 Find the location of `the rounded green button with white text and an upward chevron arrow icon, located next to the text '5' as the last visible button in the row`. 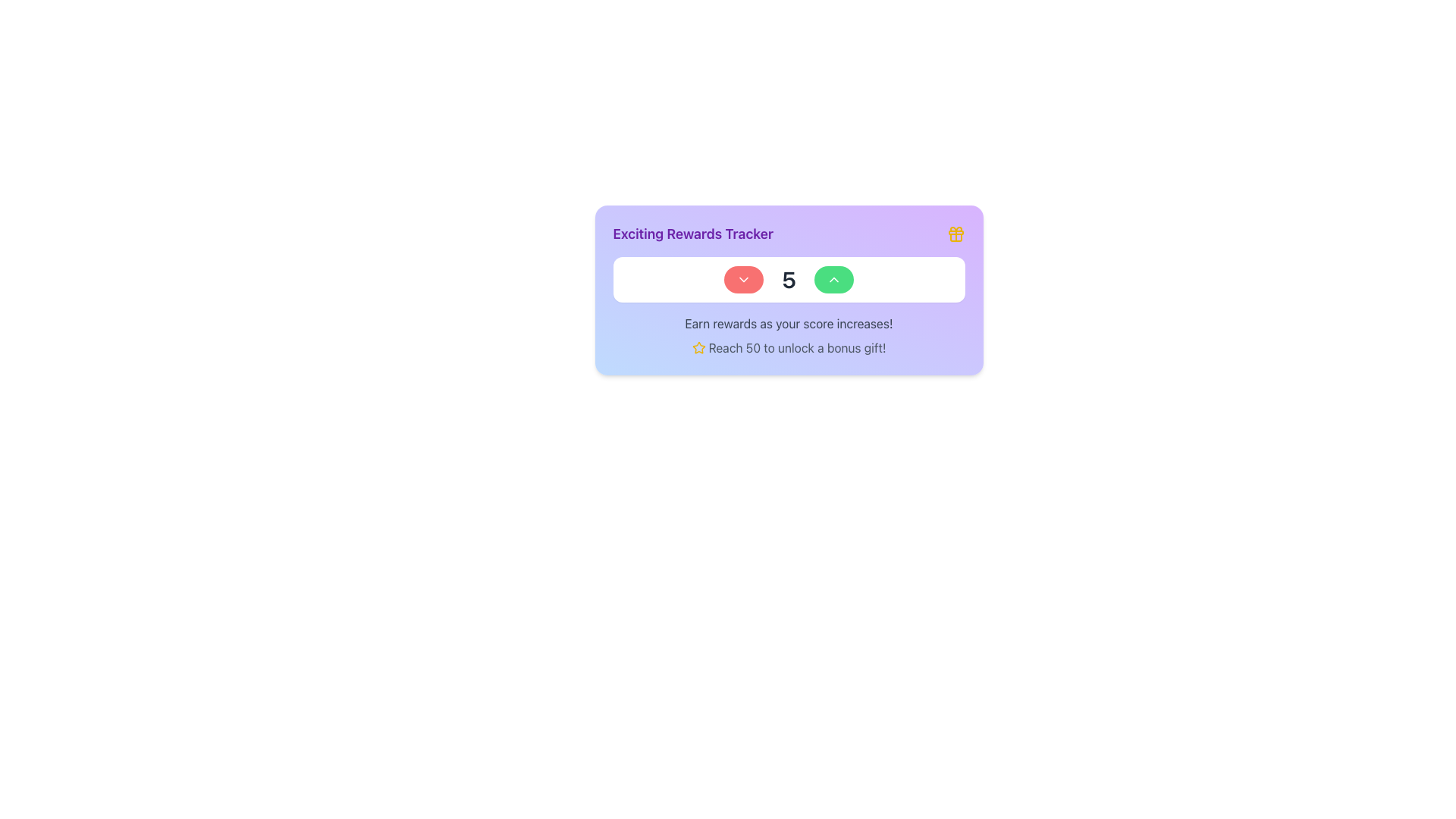

the rounded green button with white text and an upward chevron arrow icon, located next to the text '5' as the last visible button in the row is located at coordinates (833, 280).